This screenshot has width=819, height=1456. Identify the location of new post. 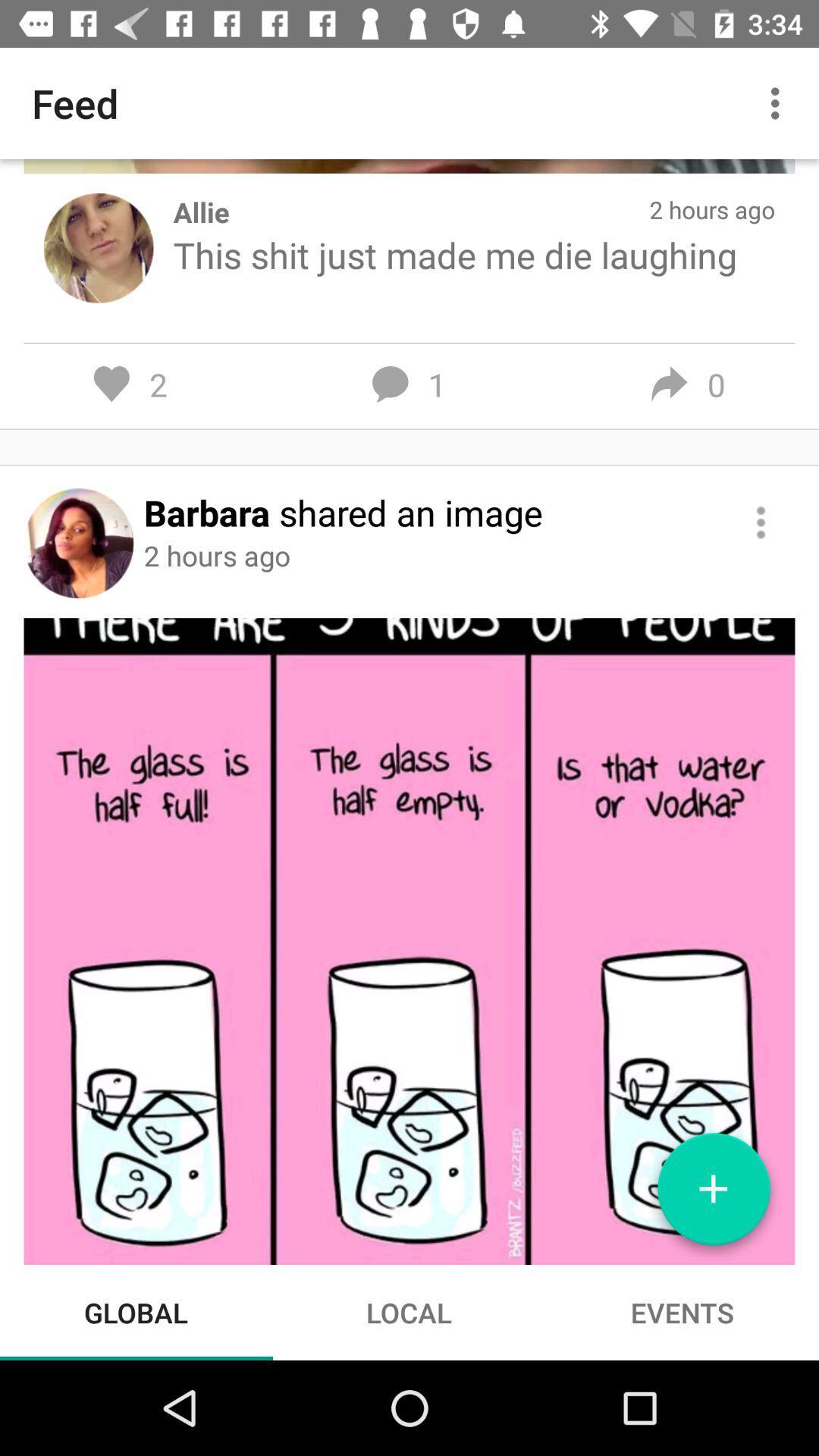
(714, 1194).